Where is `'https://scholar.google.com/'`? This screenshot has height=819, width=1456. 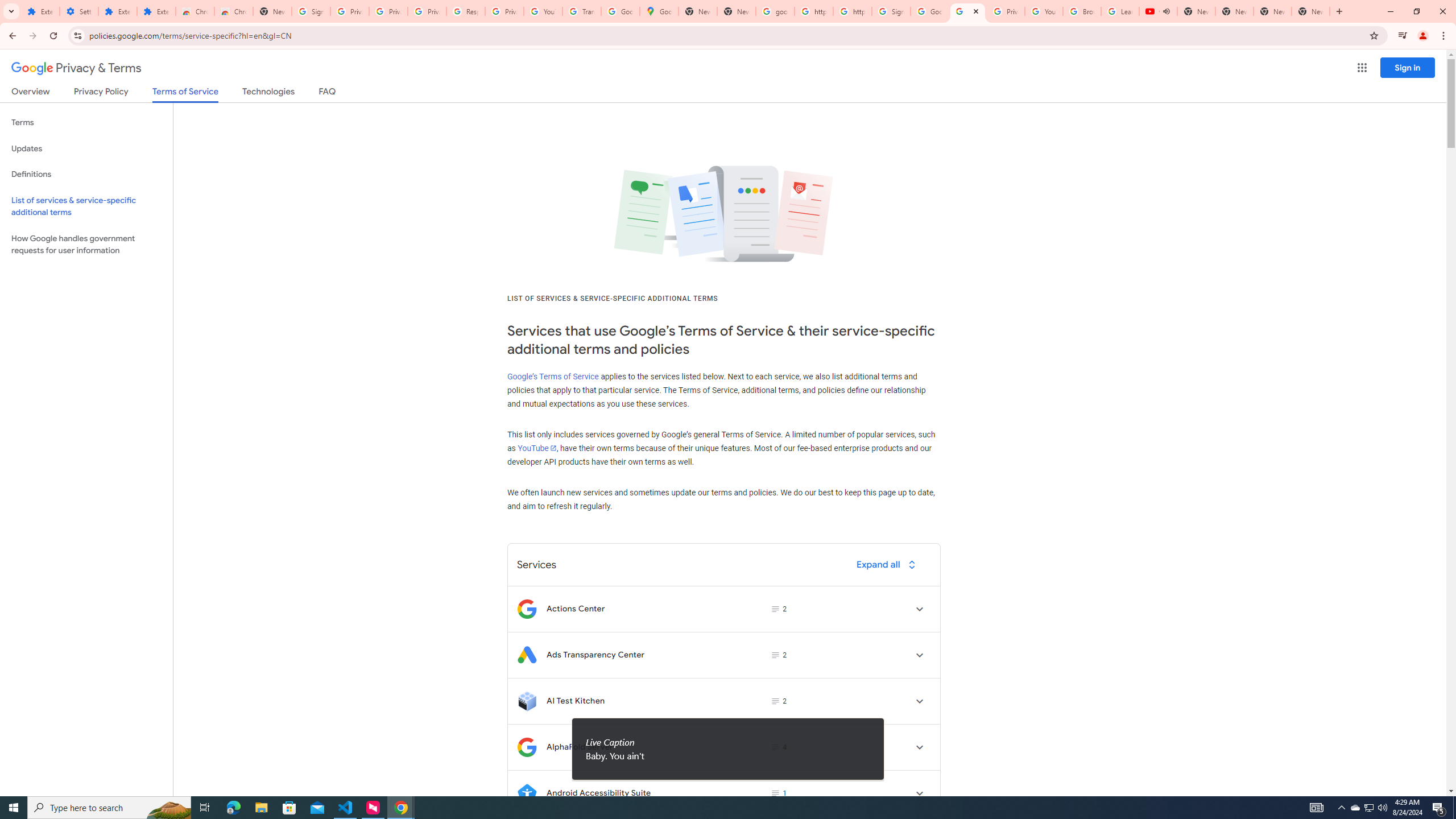
'https://scholar.google.com/' is located at coordinates (851, 11).